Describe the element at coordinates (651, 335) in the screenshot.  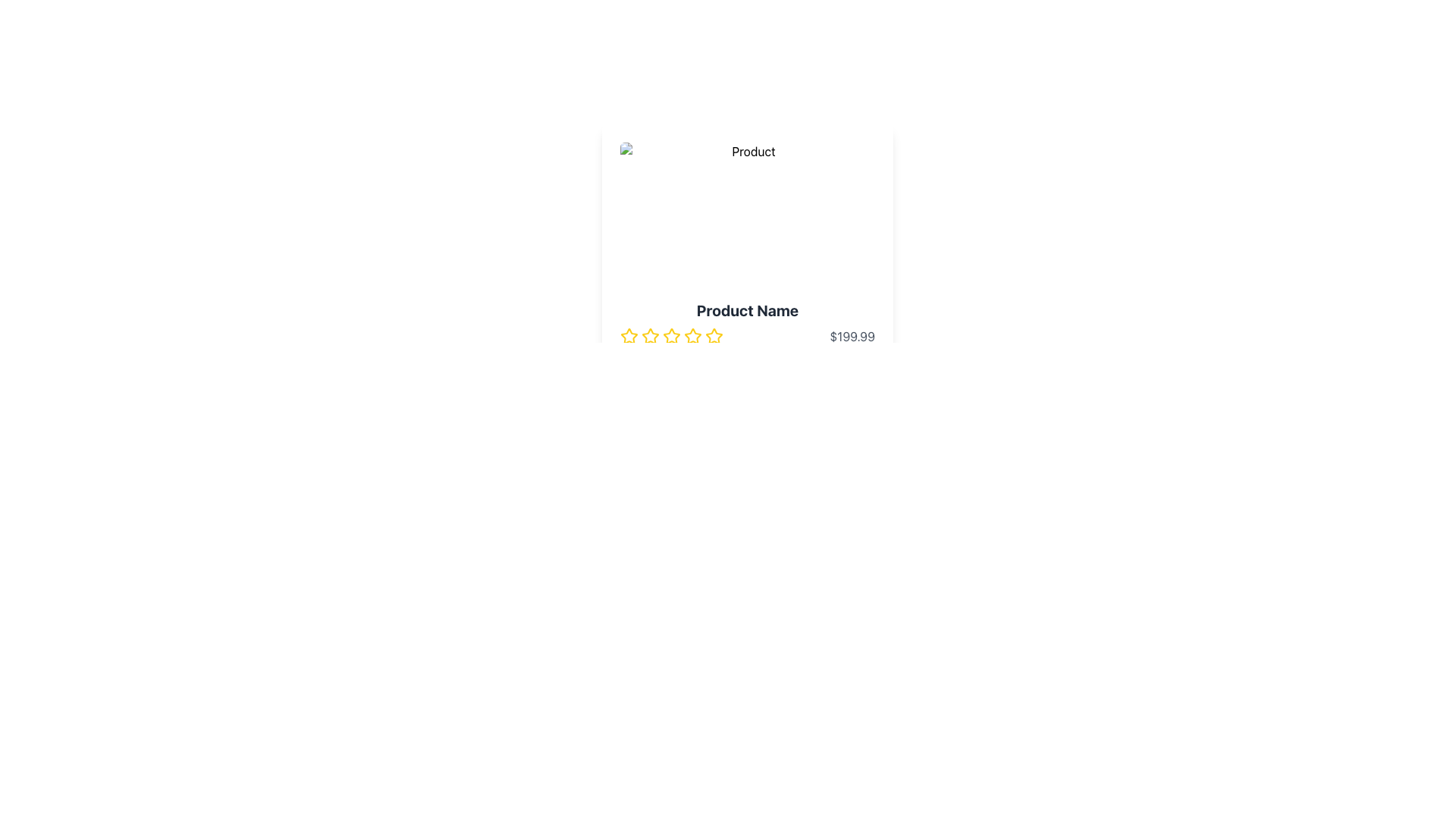
I see `the yellow star icon, which is the first in a sequence of five rating stars located under the 'Product Name' and to the left of the product price, to rate it` at that location.